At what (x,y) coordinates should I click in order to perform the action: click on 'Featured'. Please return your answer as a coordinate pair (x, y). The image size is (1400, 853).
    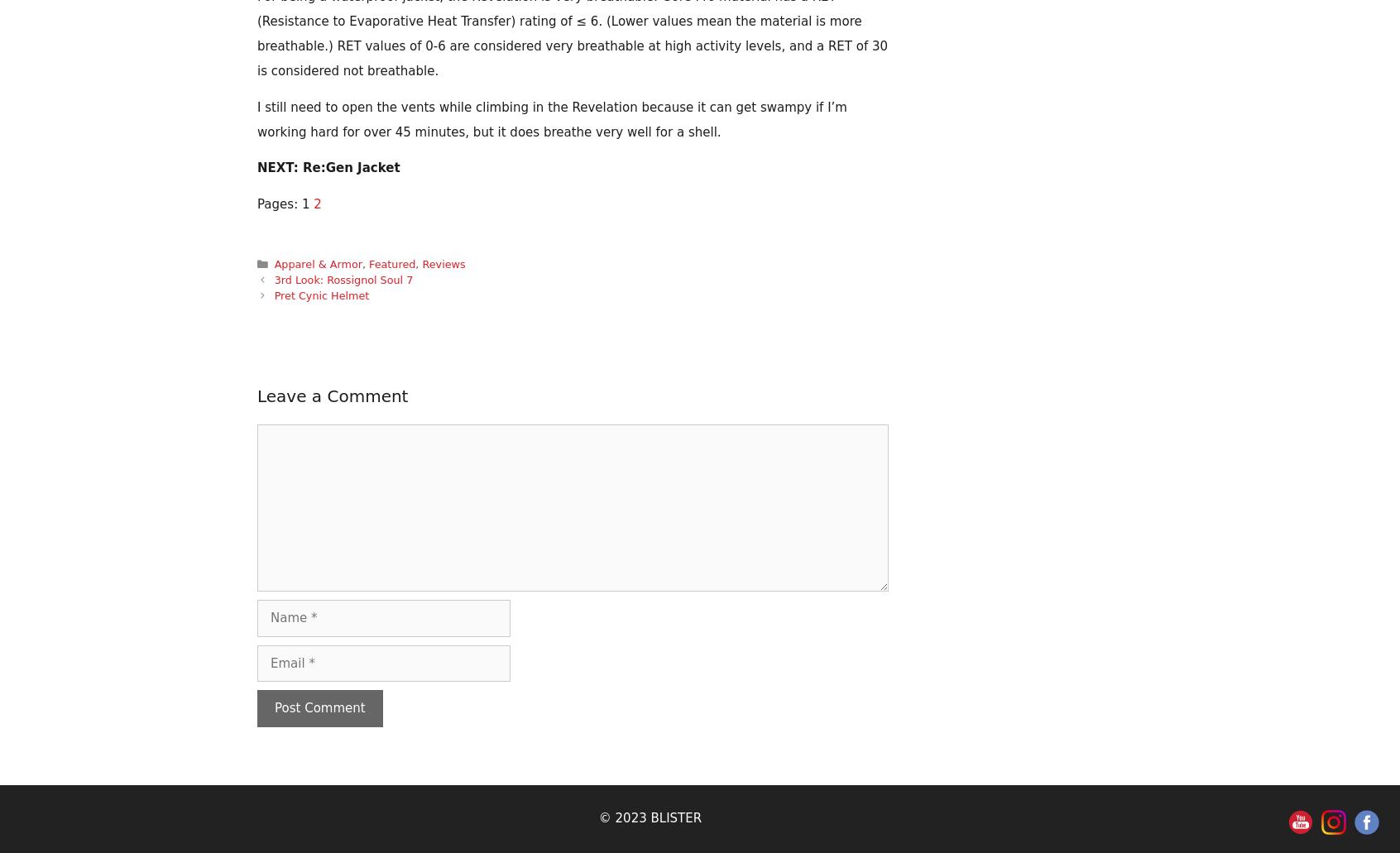
    Looking at the image, I should click on (391, 262).